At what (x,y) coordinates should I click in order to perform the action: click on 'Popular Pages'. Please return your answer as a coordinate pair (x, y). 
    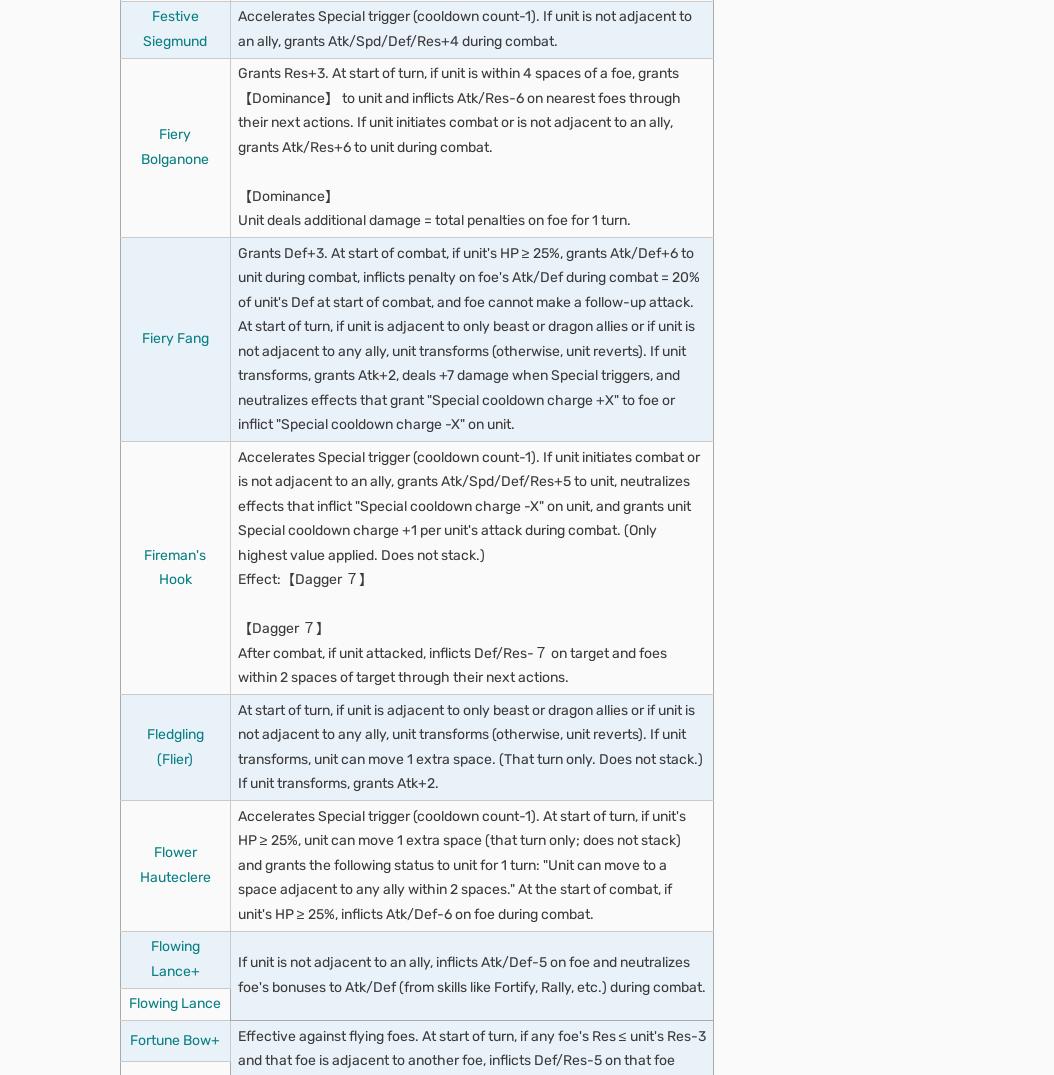
    Looking at the image, I should click on (175, 609).